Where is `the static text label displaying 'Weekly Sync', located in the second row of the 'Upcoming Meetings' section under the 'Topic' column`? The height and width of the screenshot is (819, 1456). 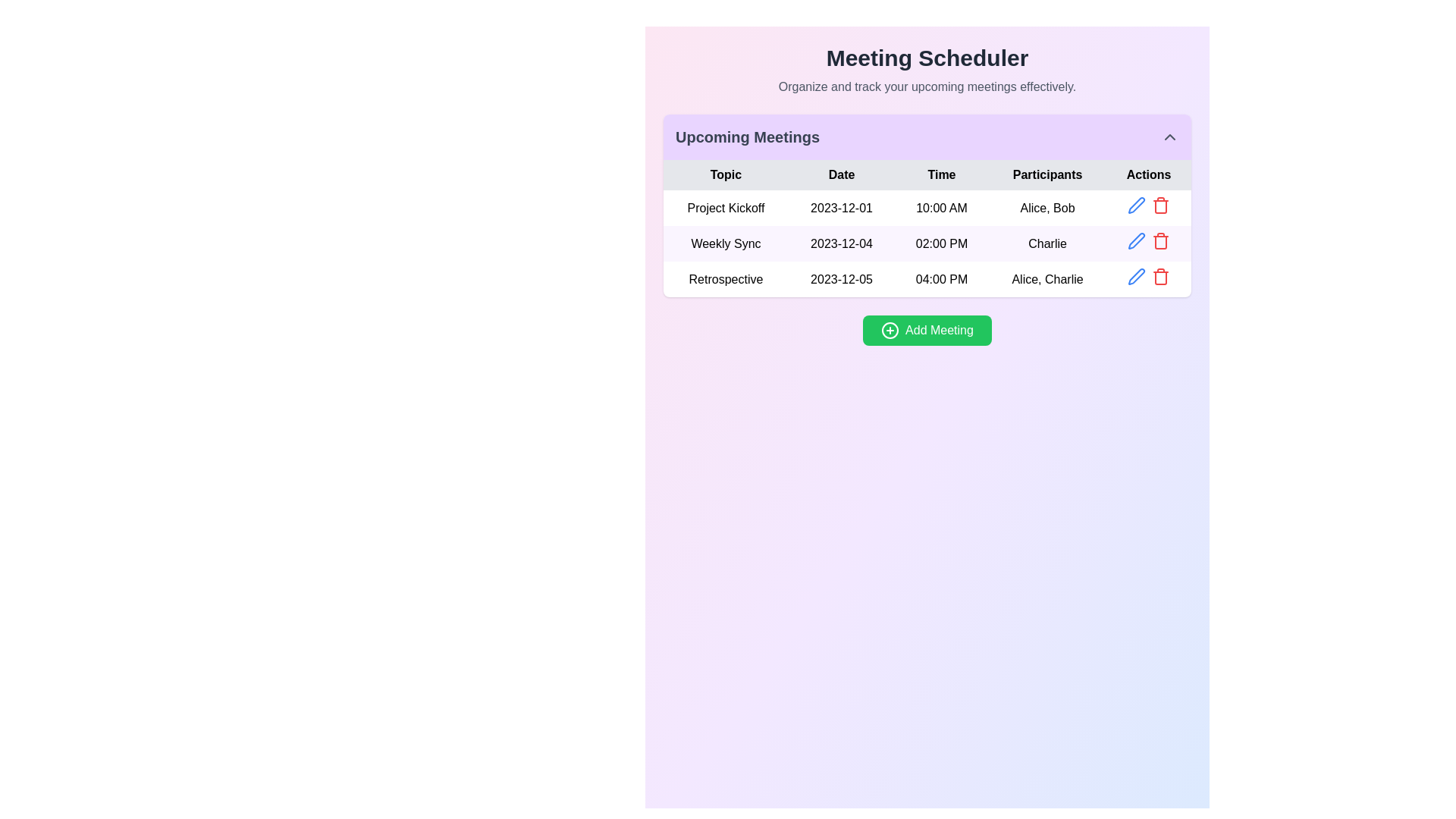 the static text label displaying 'Weekly Sync', located in the second row of the 'Upcoming Meetings' section under the 'Topic' column is located at coordinates (725, 243).